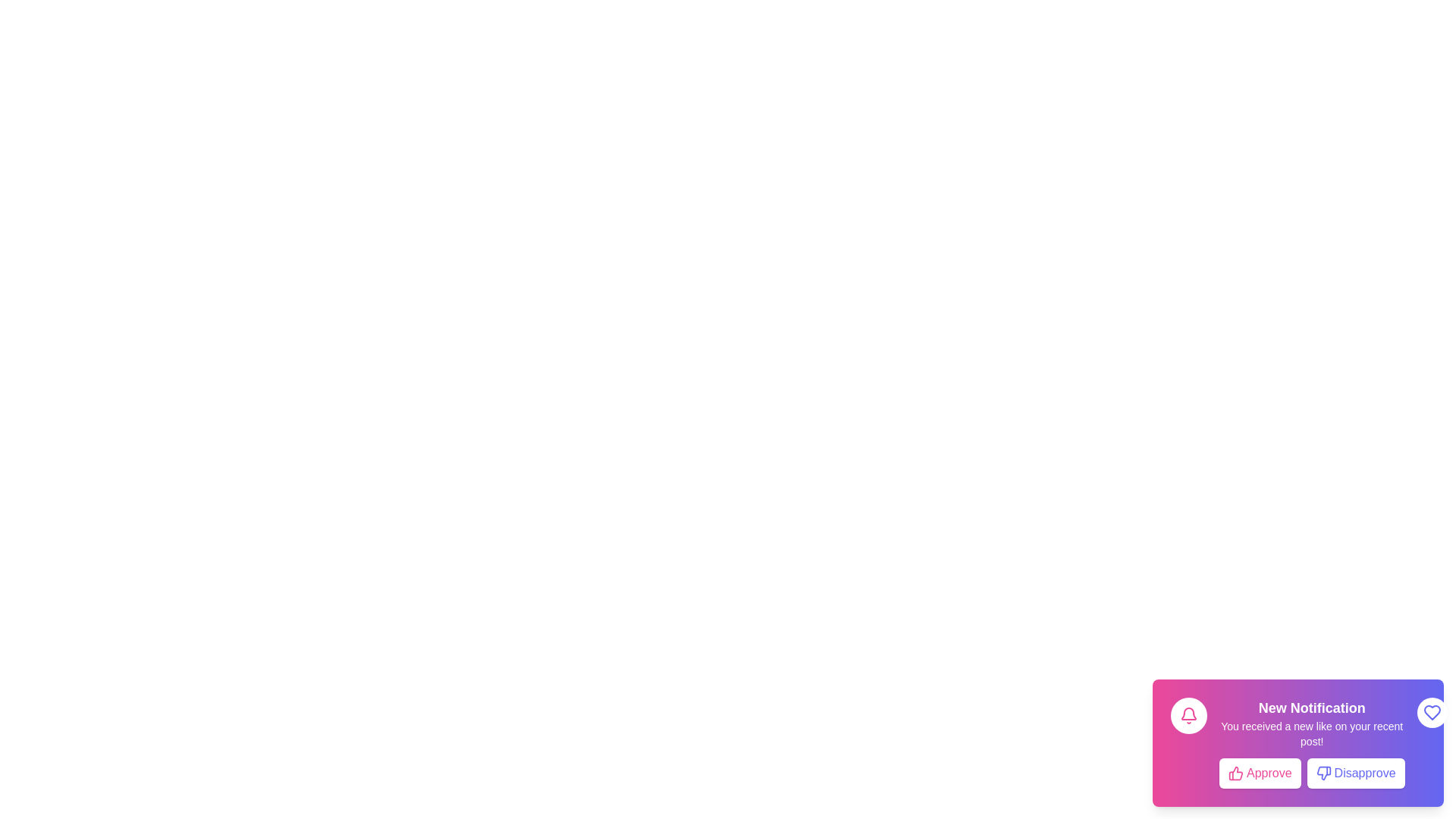  I want to click on the notification body to view its details, so click(1310, 742).